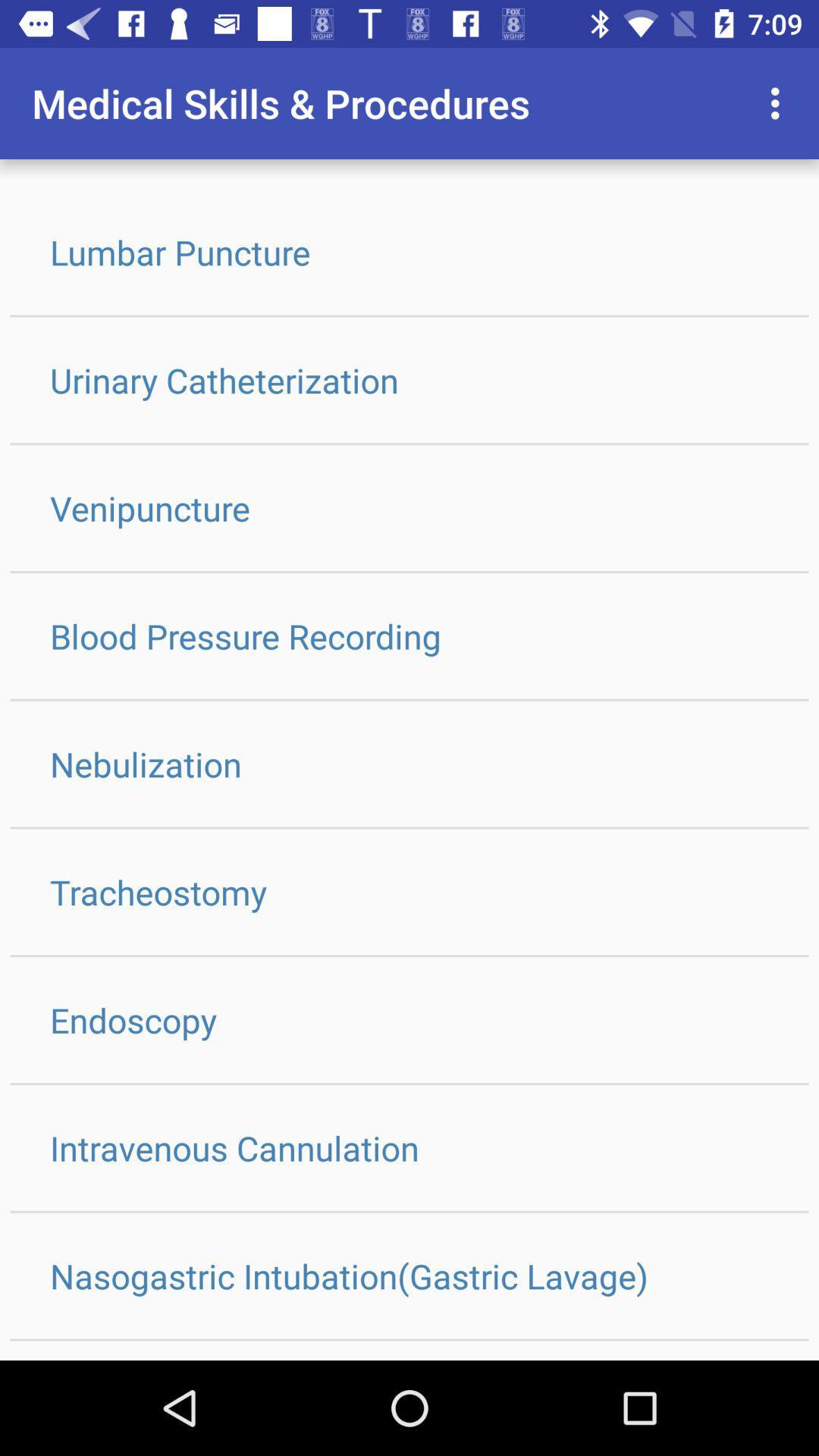  Describe the element at coordinates (409, 892) in the screenshot. I see `the tracheostomy` at that location.